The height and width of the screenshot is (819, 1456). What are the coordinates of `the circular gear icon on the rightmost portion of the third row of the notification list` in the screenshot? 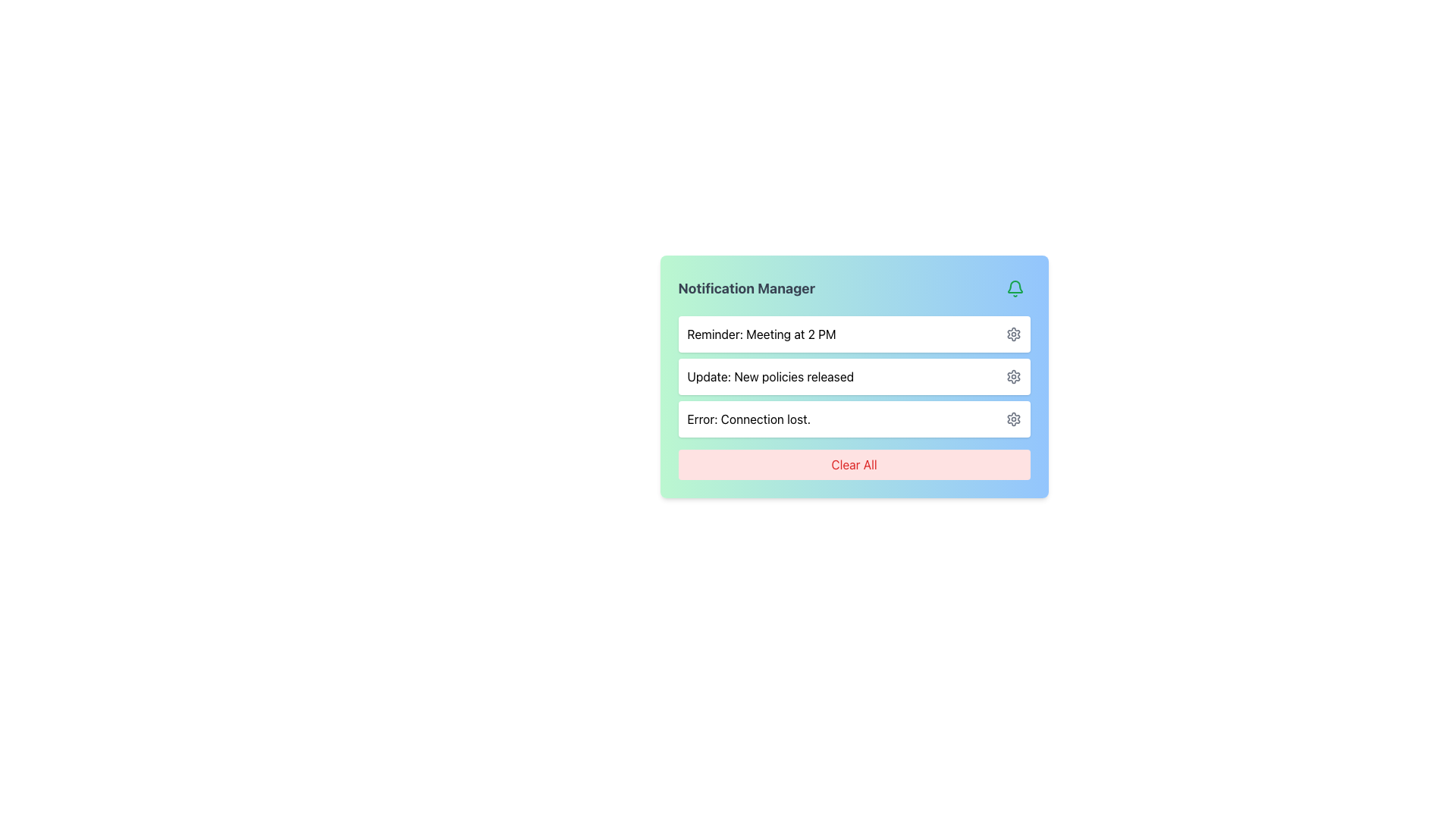 It's located at (1013, 419).